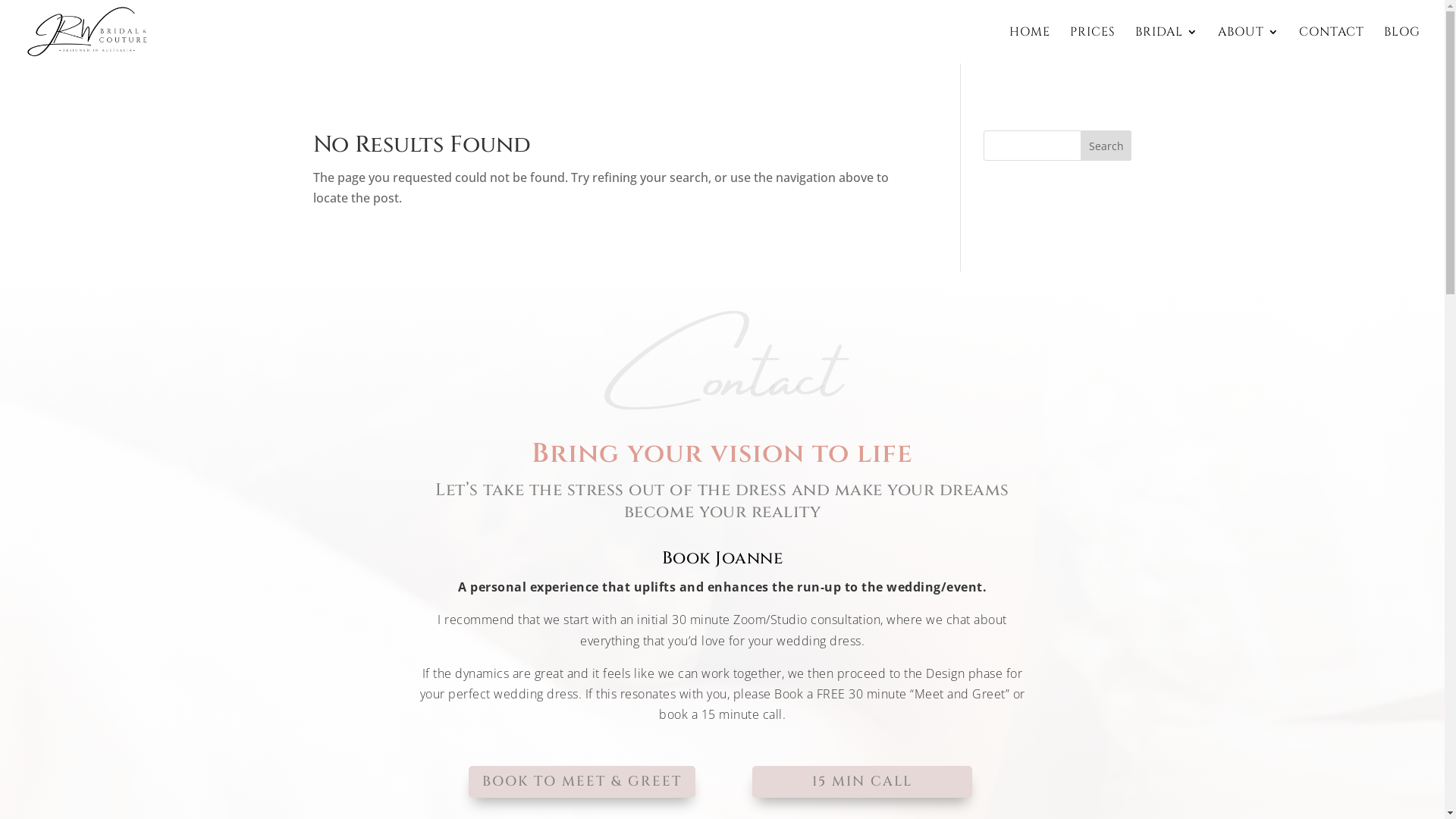  Describe the element at coordinates (1401, 44) in the screenshot. I see `'BLOG'` at that location.